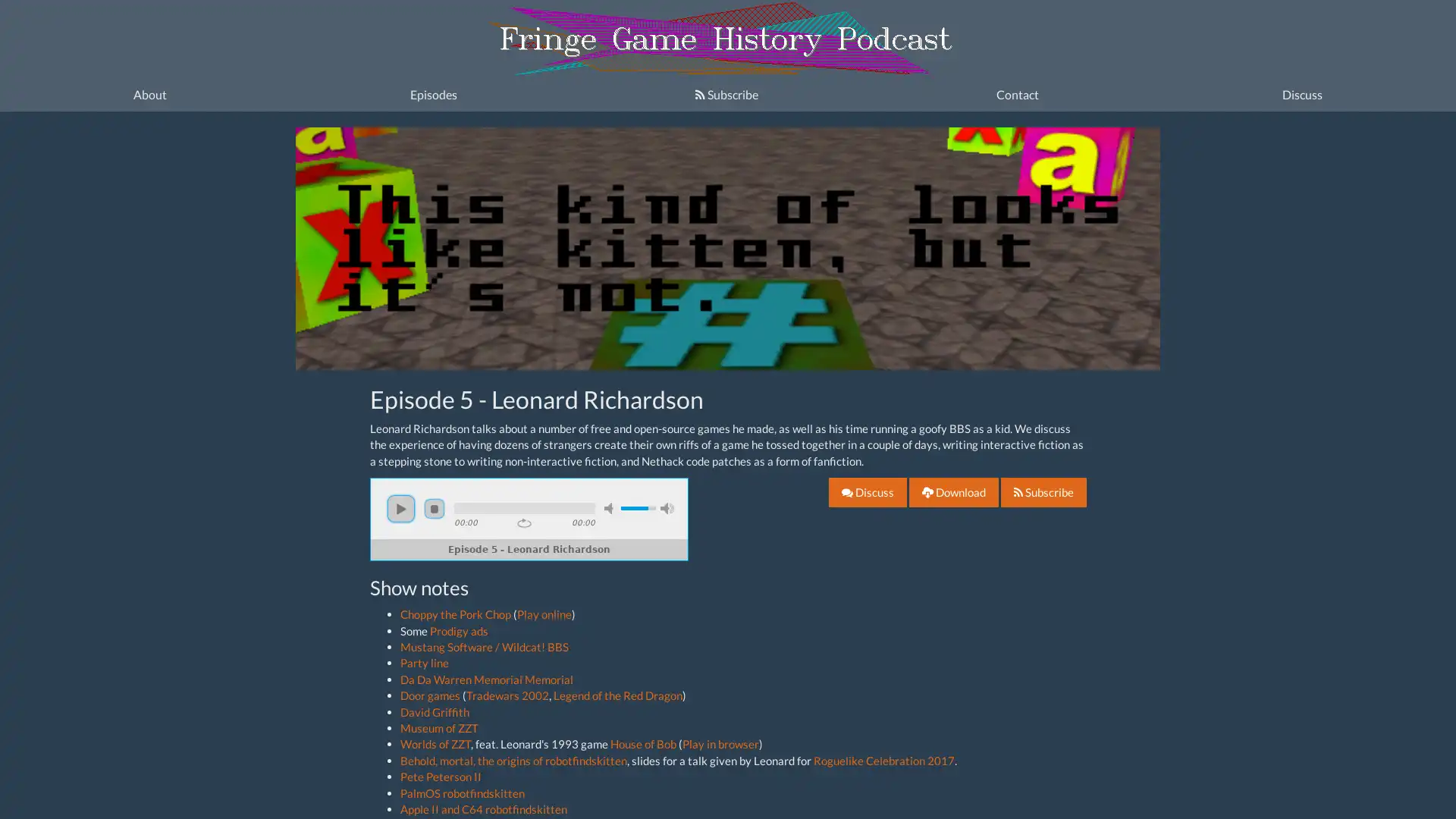  I want to click on max volume, so click(666, 507).